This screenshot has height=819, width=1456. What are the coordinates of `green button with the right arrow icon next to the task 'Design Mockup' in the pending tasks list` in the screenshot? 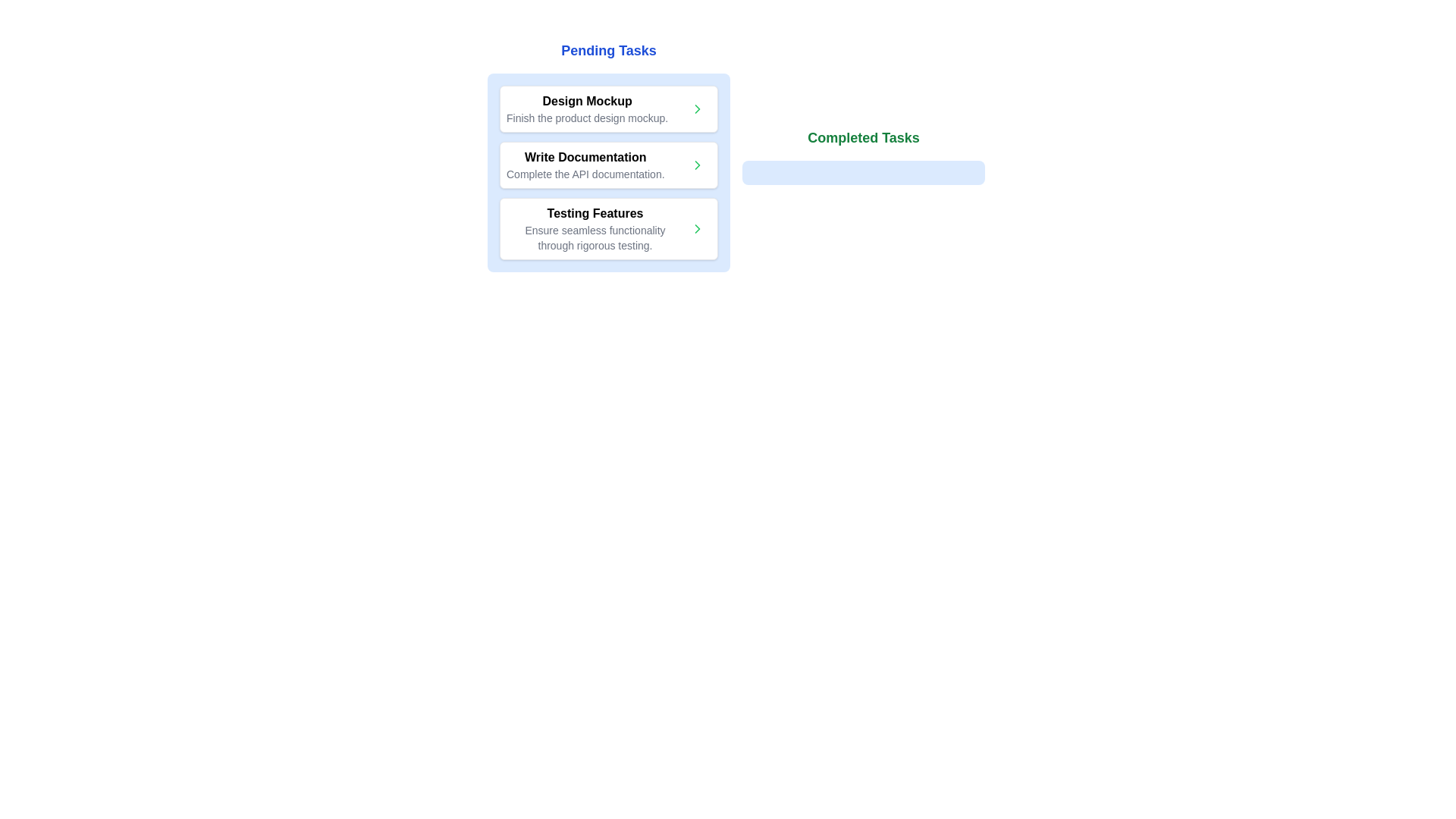 It's located at (697, 108).